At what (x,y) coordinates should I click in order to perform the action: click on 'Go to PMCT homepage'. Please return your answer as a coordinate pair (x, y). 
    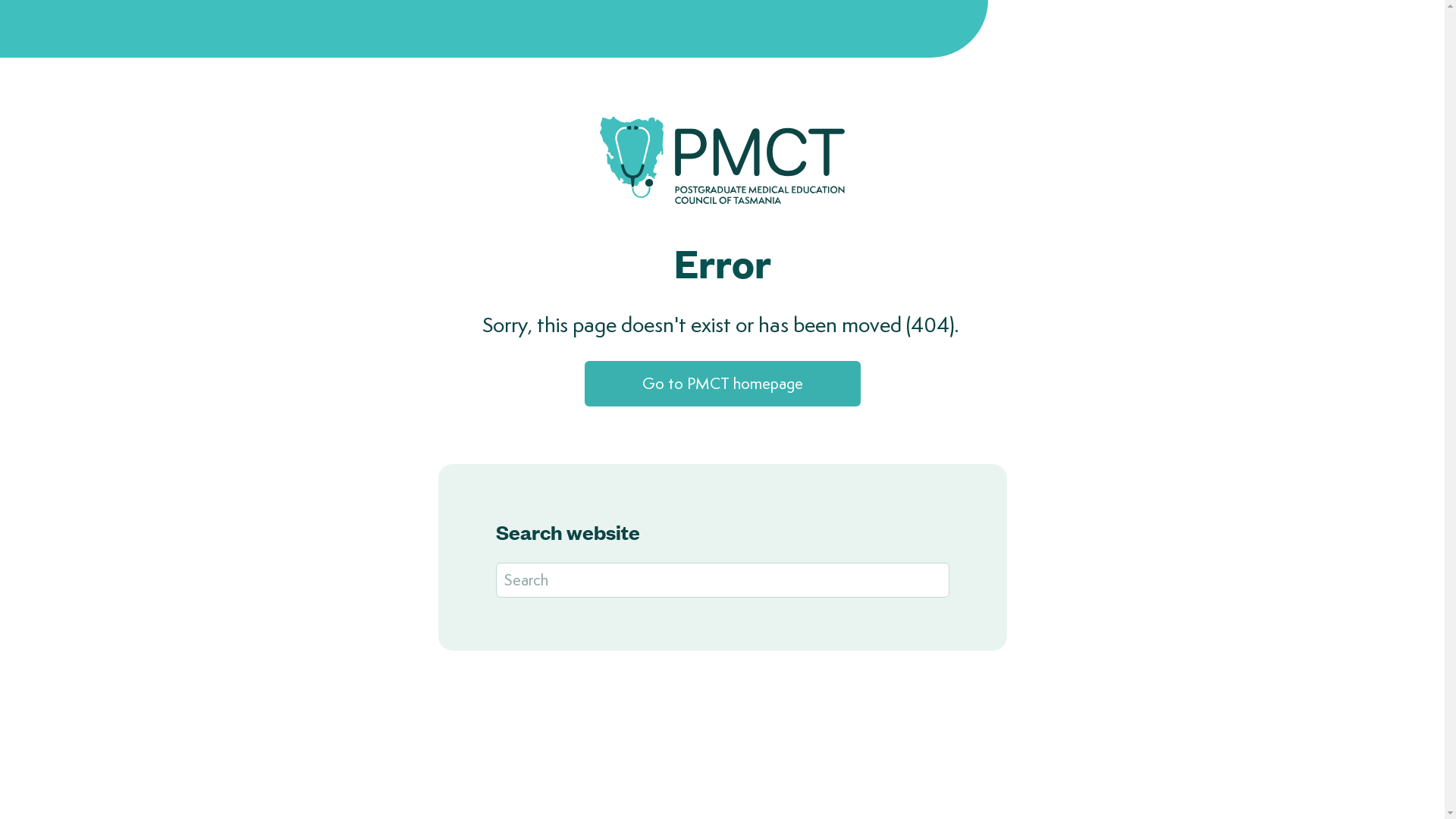
    Looking at the image, I should click on (720, 382).